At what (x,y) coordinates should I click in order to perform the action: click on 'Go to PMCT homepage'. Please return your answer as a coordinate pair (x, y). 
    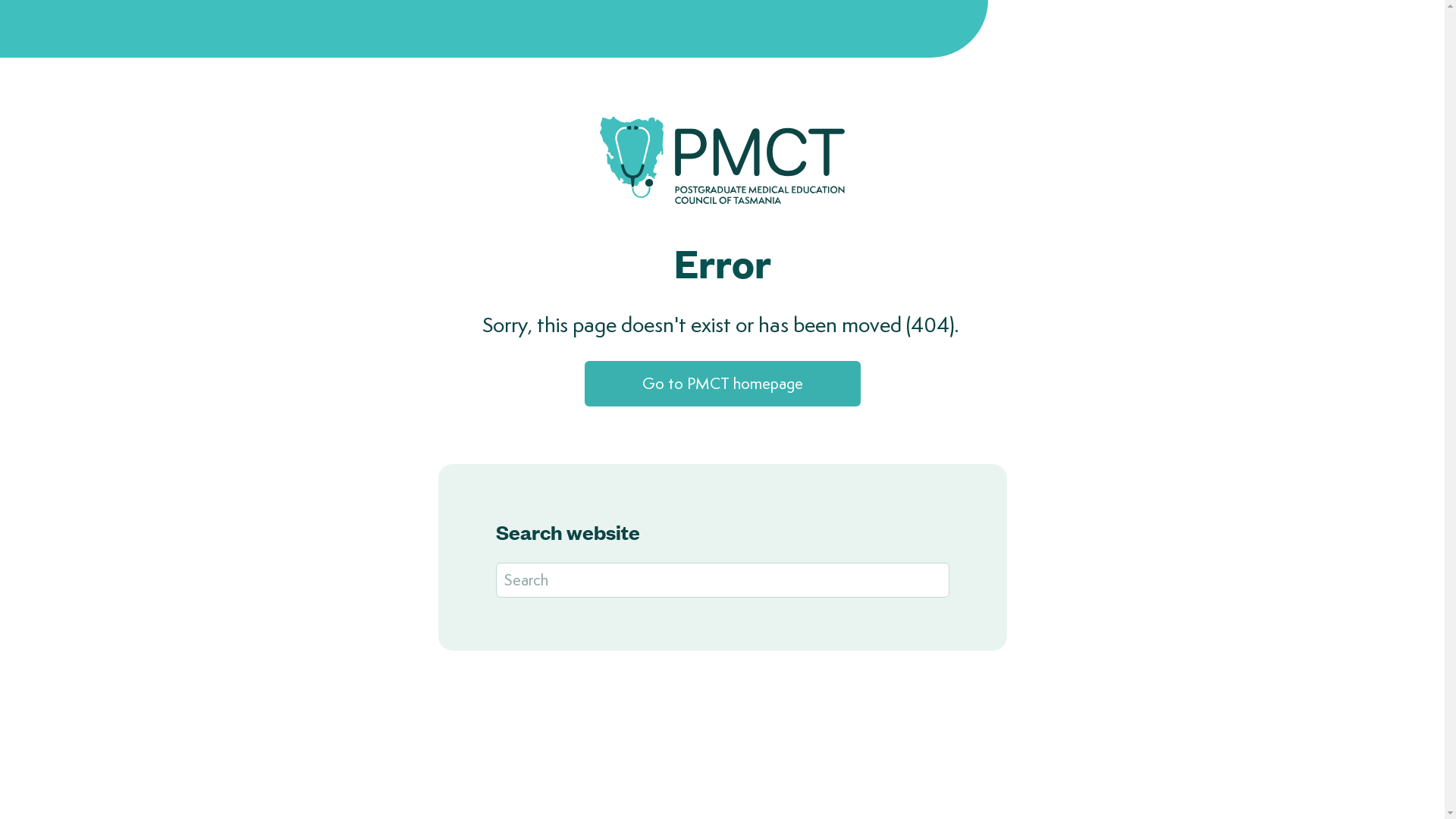
    Looking at the image, I should click on (720, 382).